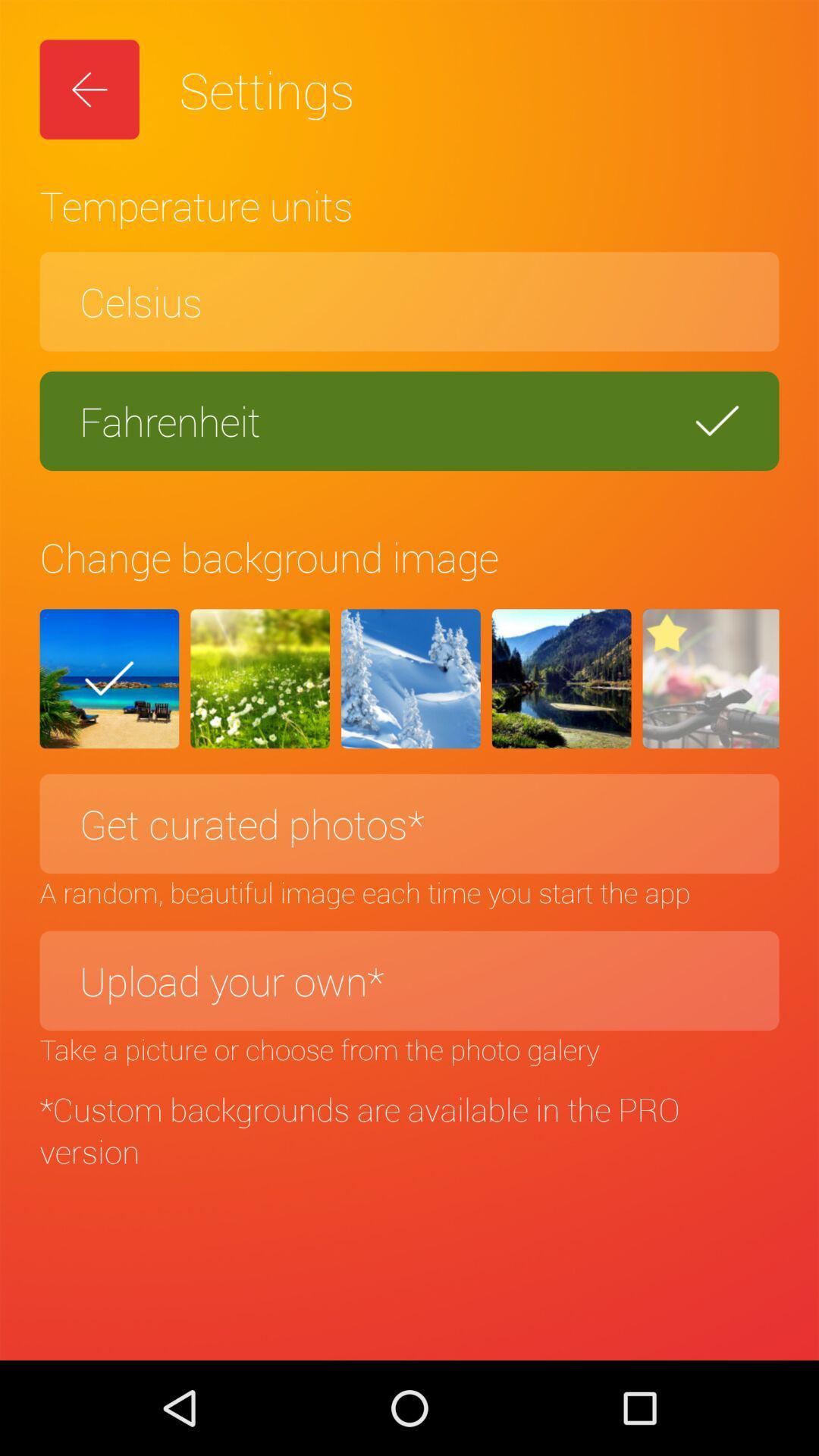  What do you see at coordinates (89, 89) in the screenshot?
I see `the arrow_backward icon` at bounding box center [89, 89].